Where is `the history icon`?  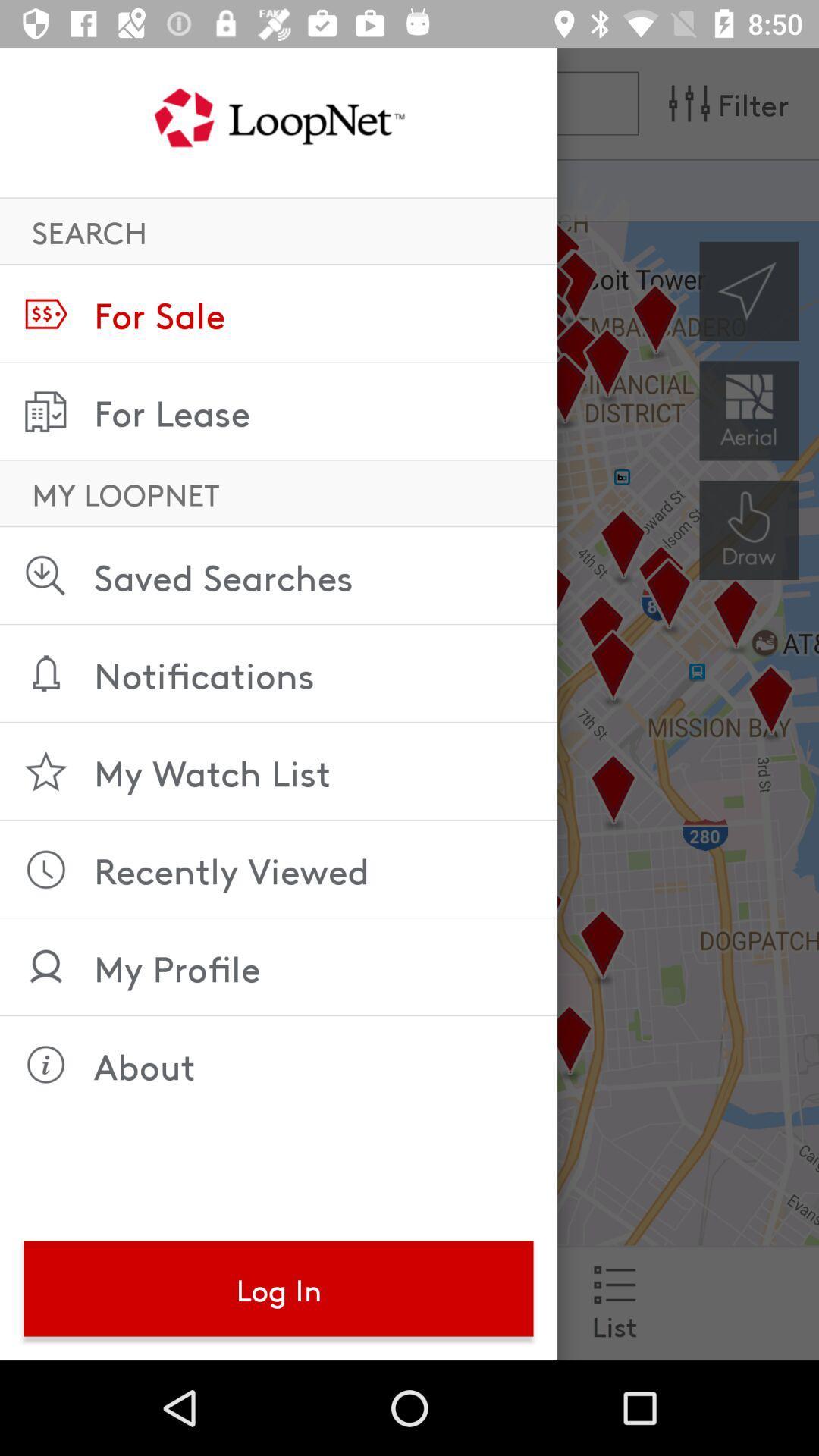 the history icon is located at coordinates (748, 530).